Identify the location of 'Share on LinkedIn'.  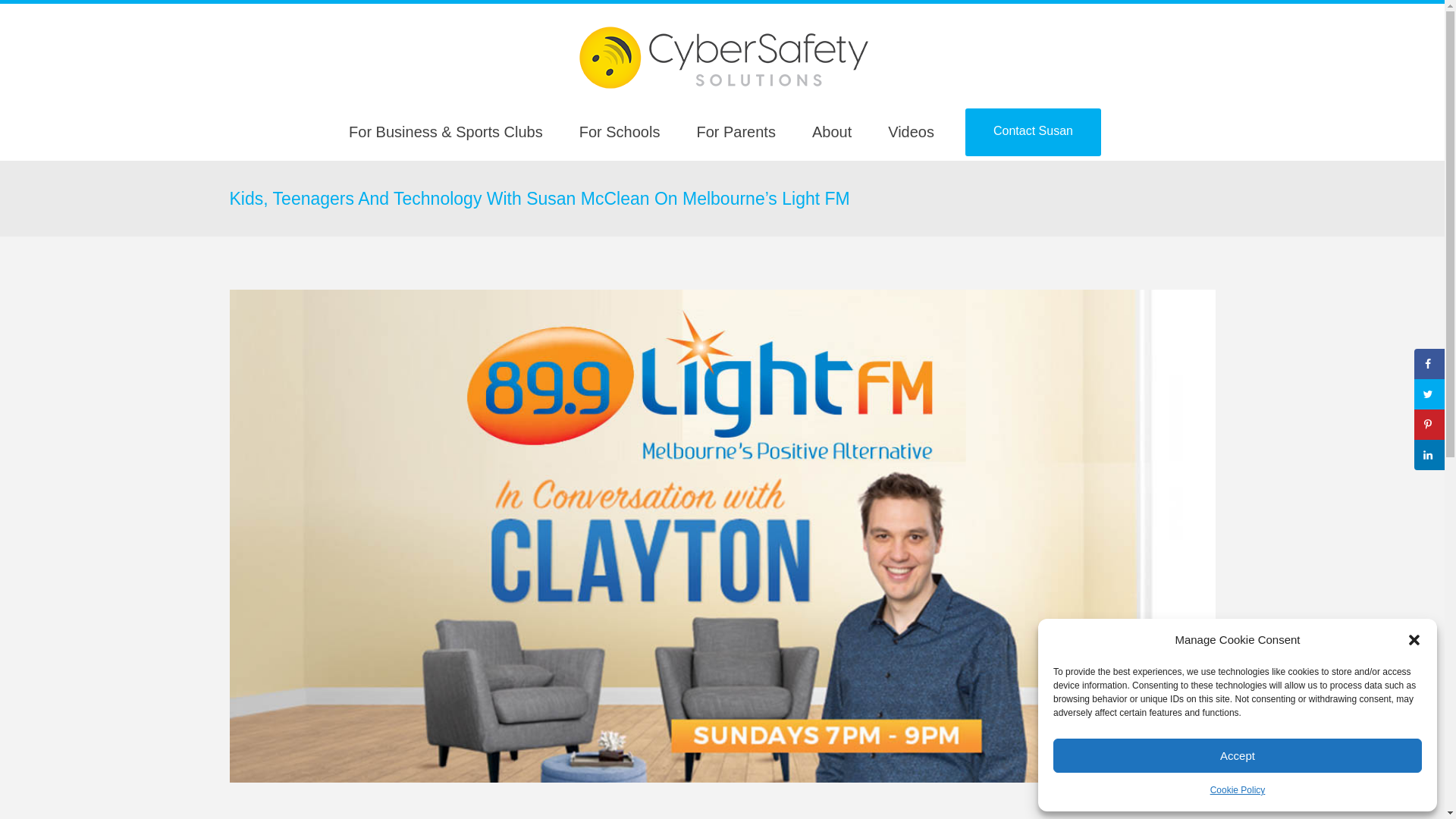
(1429, 454).